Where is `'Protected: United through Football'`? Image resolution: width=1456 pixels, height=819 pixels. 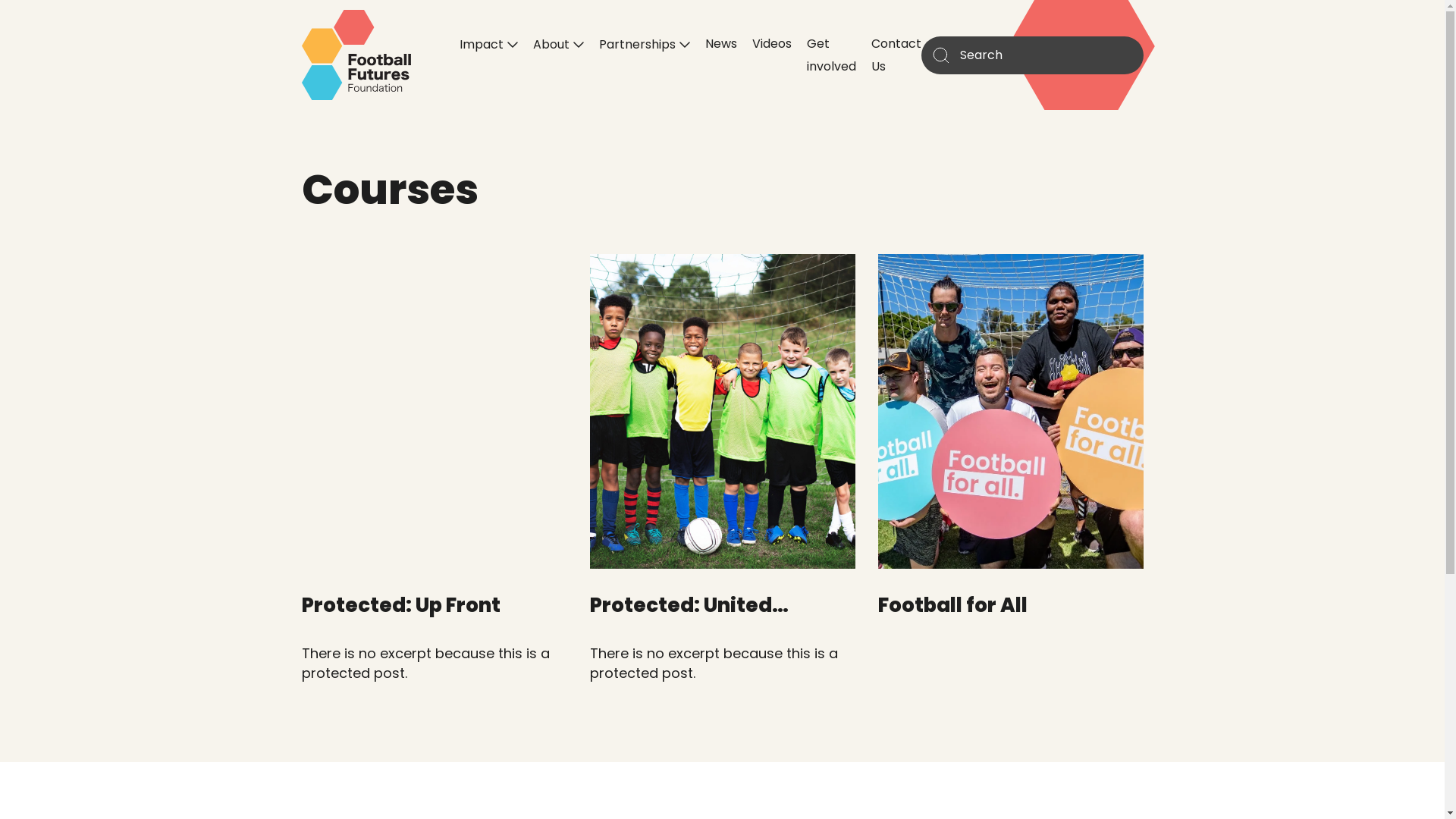
'Protected: United through Football' is located at coordinates (688, 619).